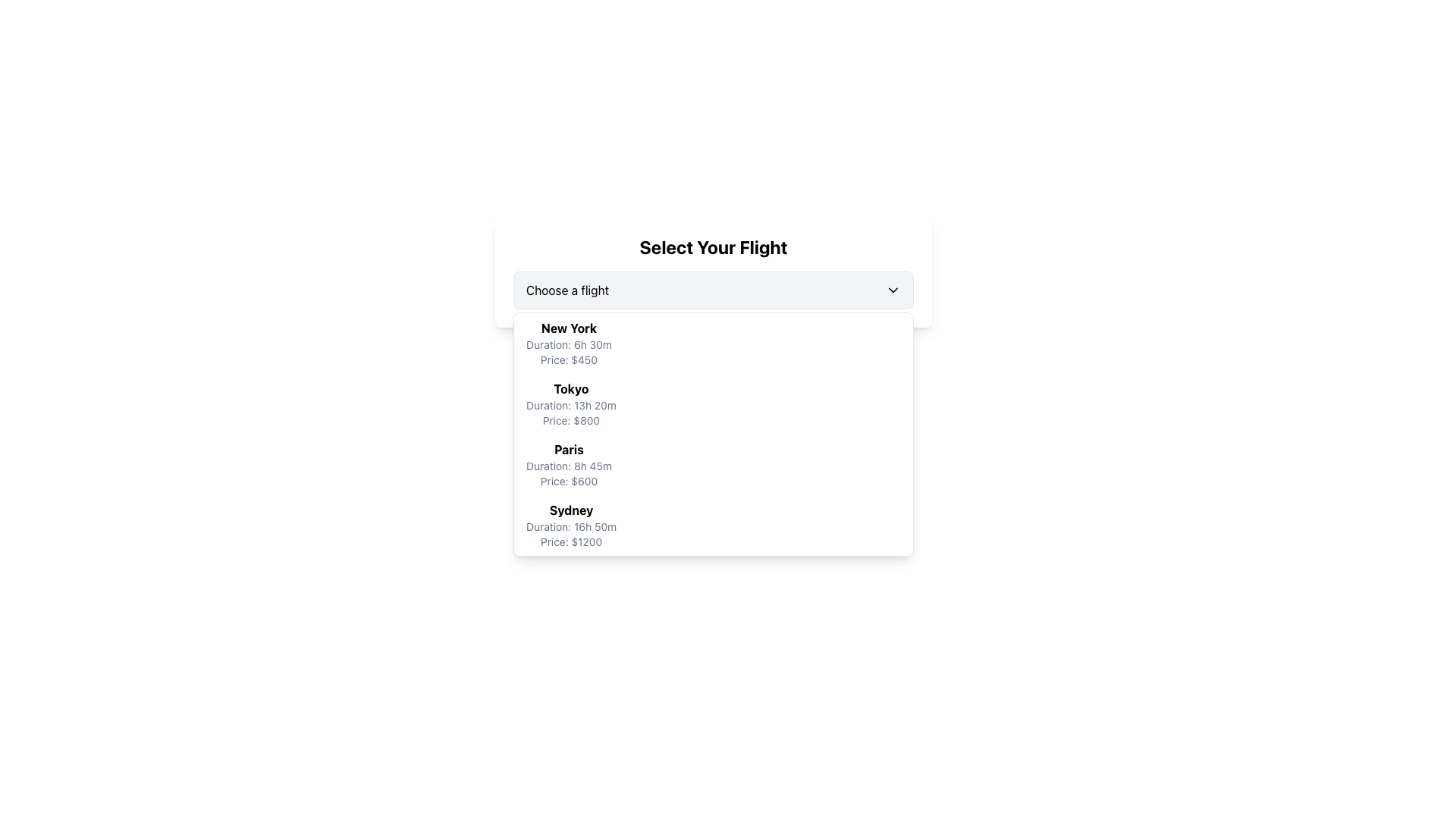 Image resolution: width=1456 pixels, height=819 pixels. What do you see at coordinates (712, 525) in the screenshot?
I see `to select the destination option labeled 'Sydney' in the dropdown menu, which is the last item in the list` at bounding box center [712, 525].